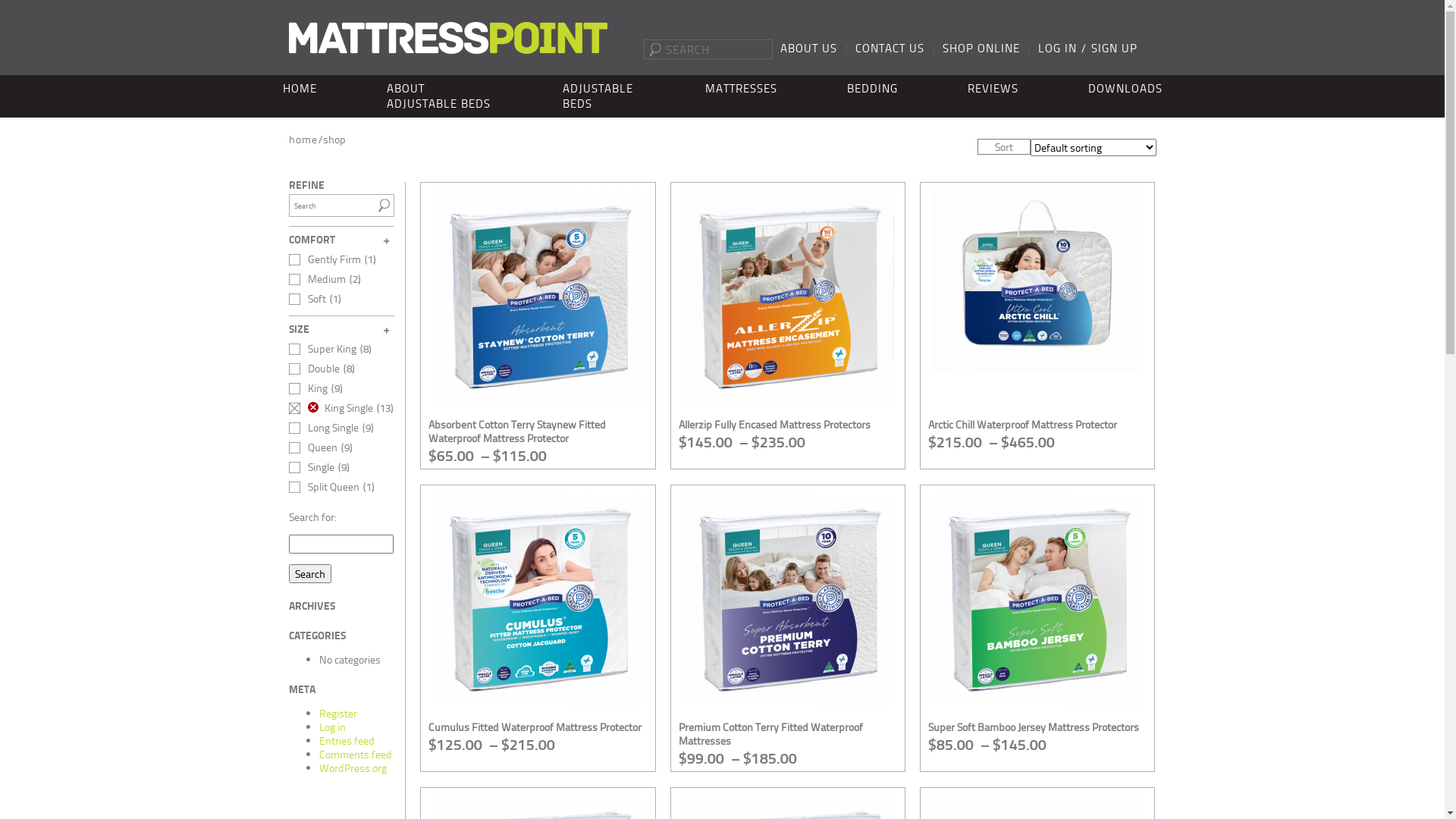 The width and height of the screenshot is (1456, 819). What do you see at coordinates (312, 447) in the screenshot?
I see `'Queen'` at bounding box center [312, 447].